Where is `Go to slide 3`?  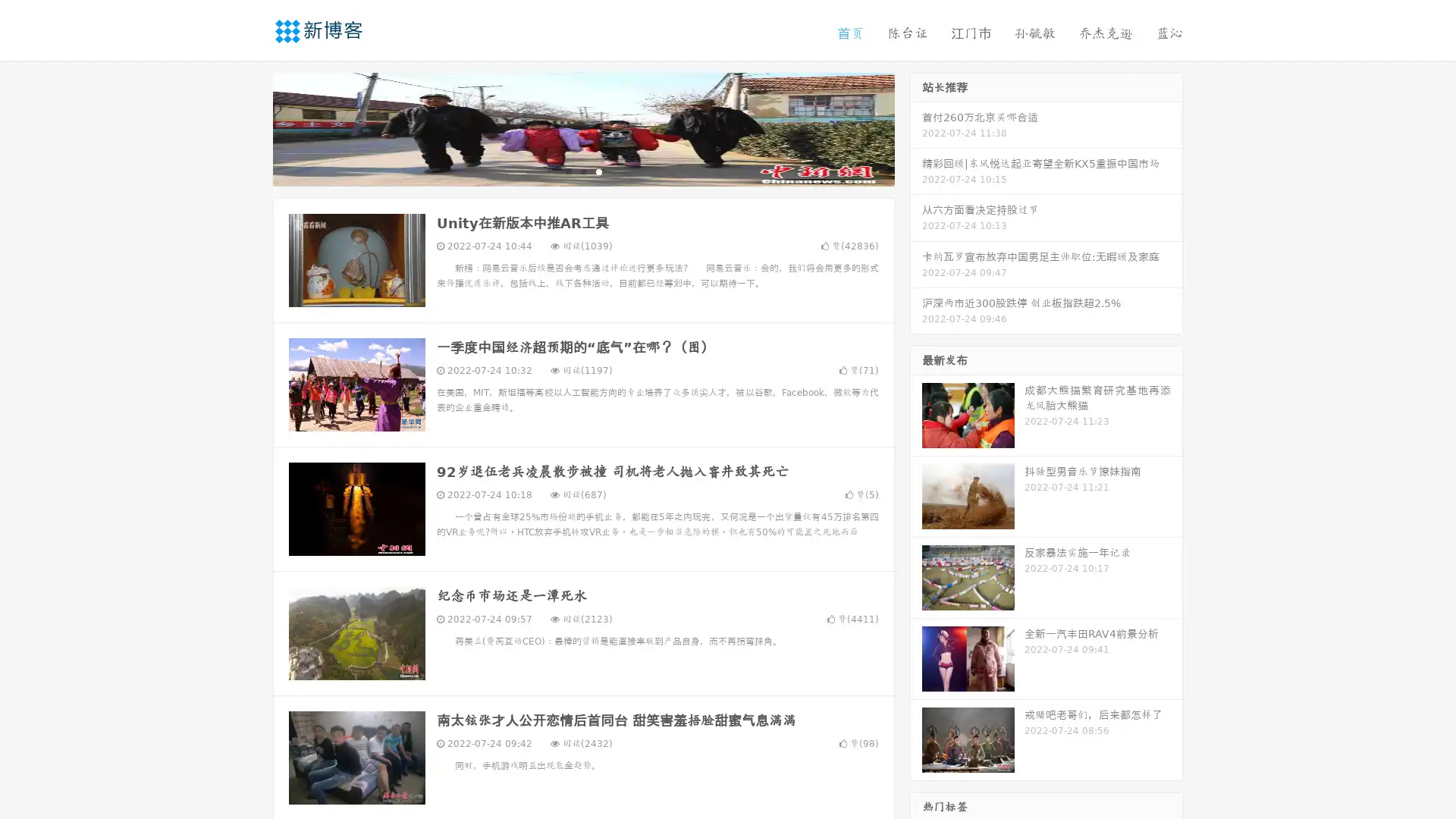
Go to slide 3 is located at coordinates (598, 171).